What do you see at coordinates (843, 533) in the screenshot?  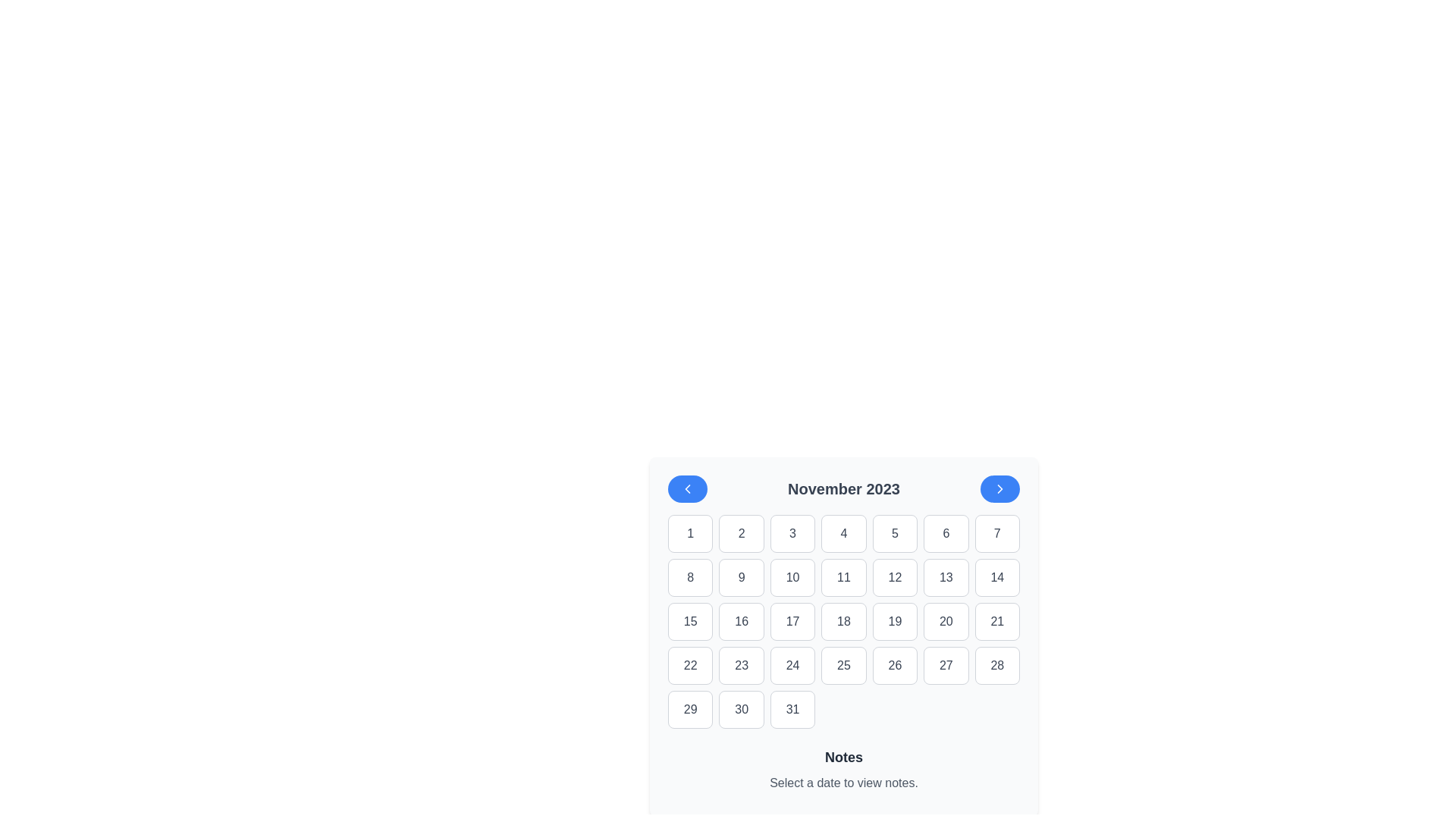 I see `the button displaying the number '4' in the first row of the calendar layout` at bounding box center [843, 533].